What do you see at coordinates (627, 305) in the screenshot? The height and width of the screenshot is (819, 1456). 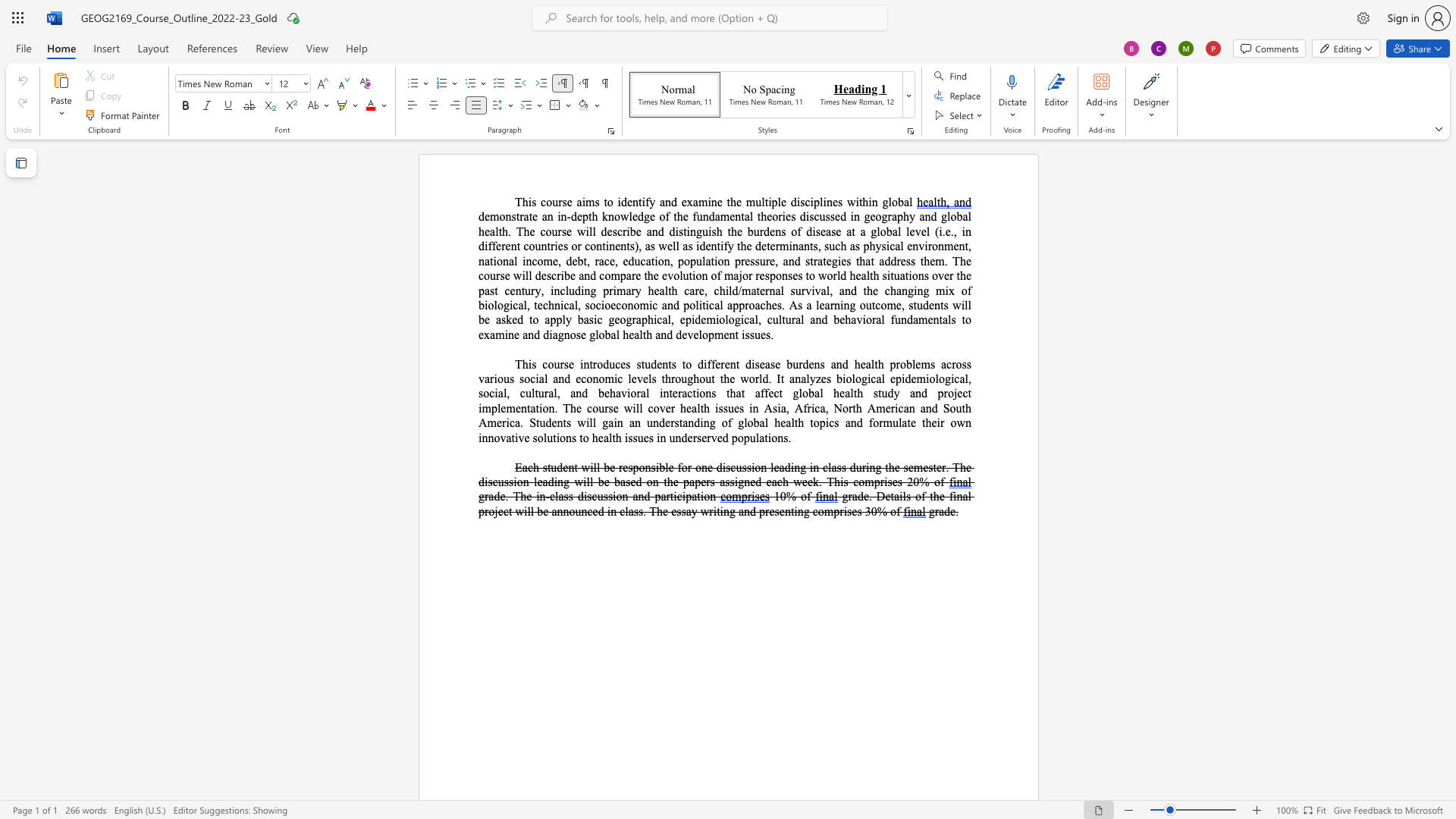 I see `the space between the continuous character "o" and "n" in the text` at bounding box center [627, 305].